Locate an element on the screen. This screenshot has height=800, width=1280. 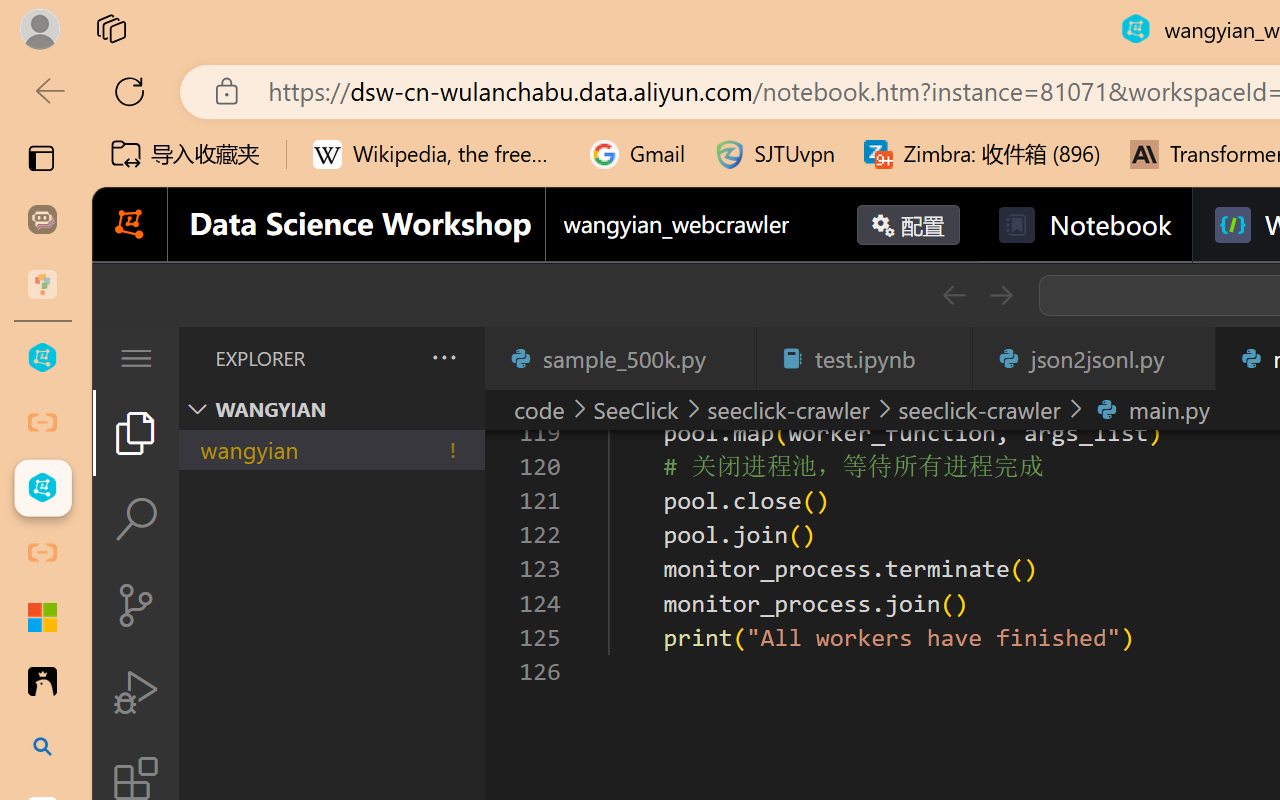
'Close (Ctrl+F4)' is located at coordinates (1188, 358).